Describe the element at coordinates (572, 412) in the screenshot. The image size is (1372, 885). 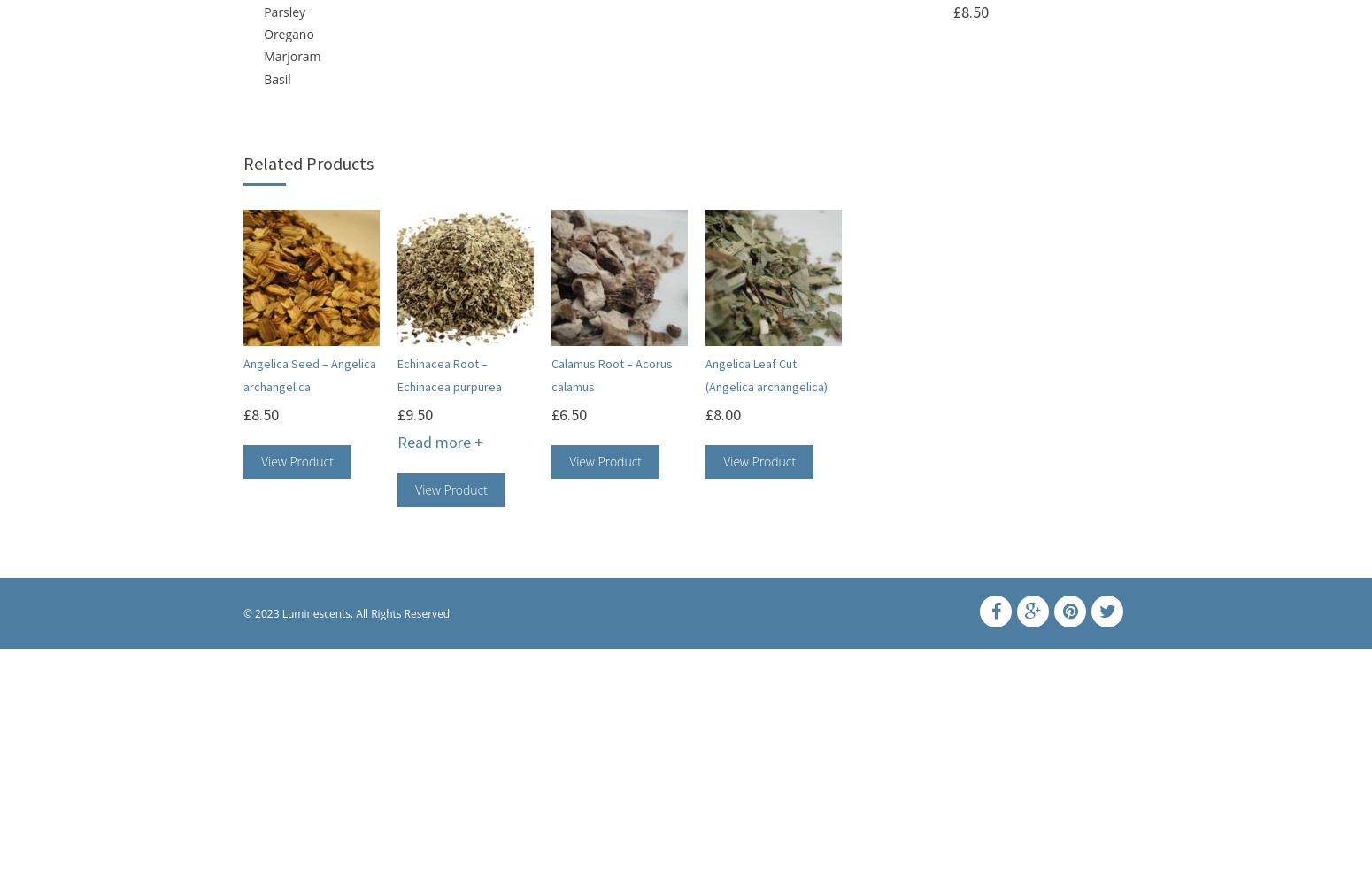
I see `'6.50'` at that location.